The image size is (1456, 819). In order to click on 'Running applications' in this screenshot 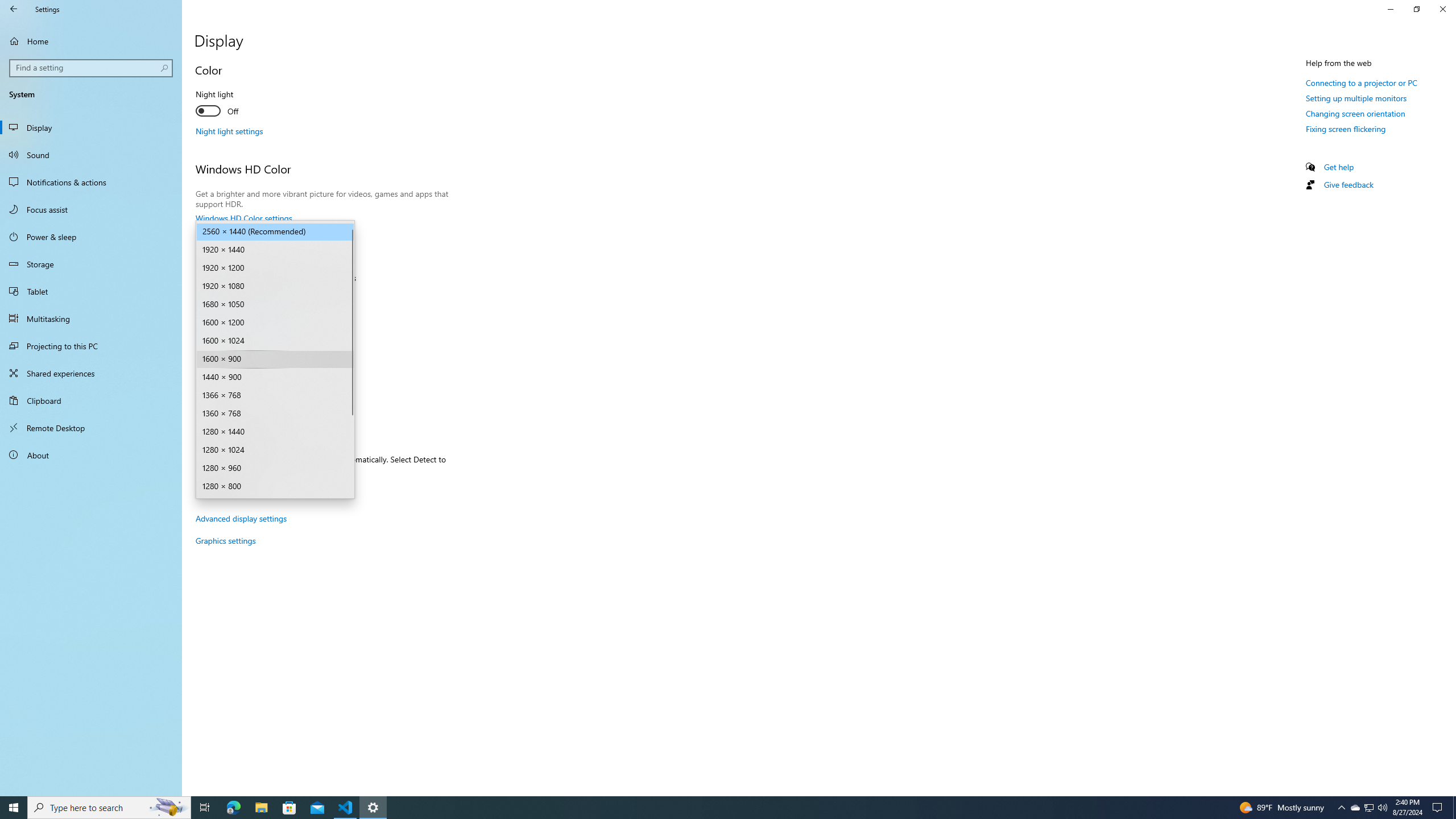, I will do `click(717, 806)`.